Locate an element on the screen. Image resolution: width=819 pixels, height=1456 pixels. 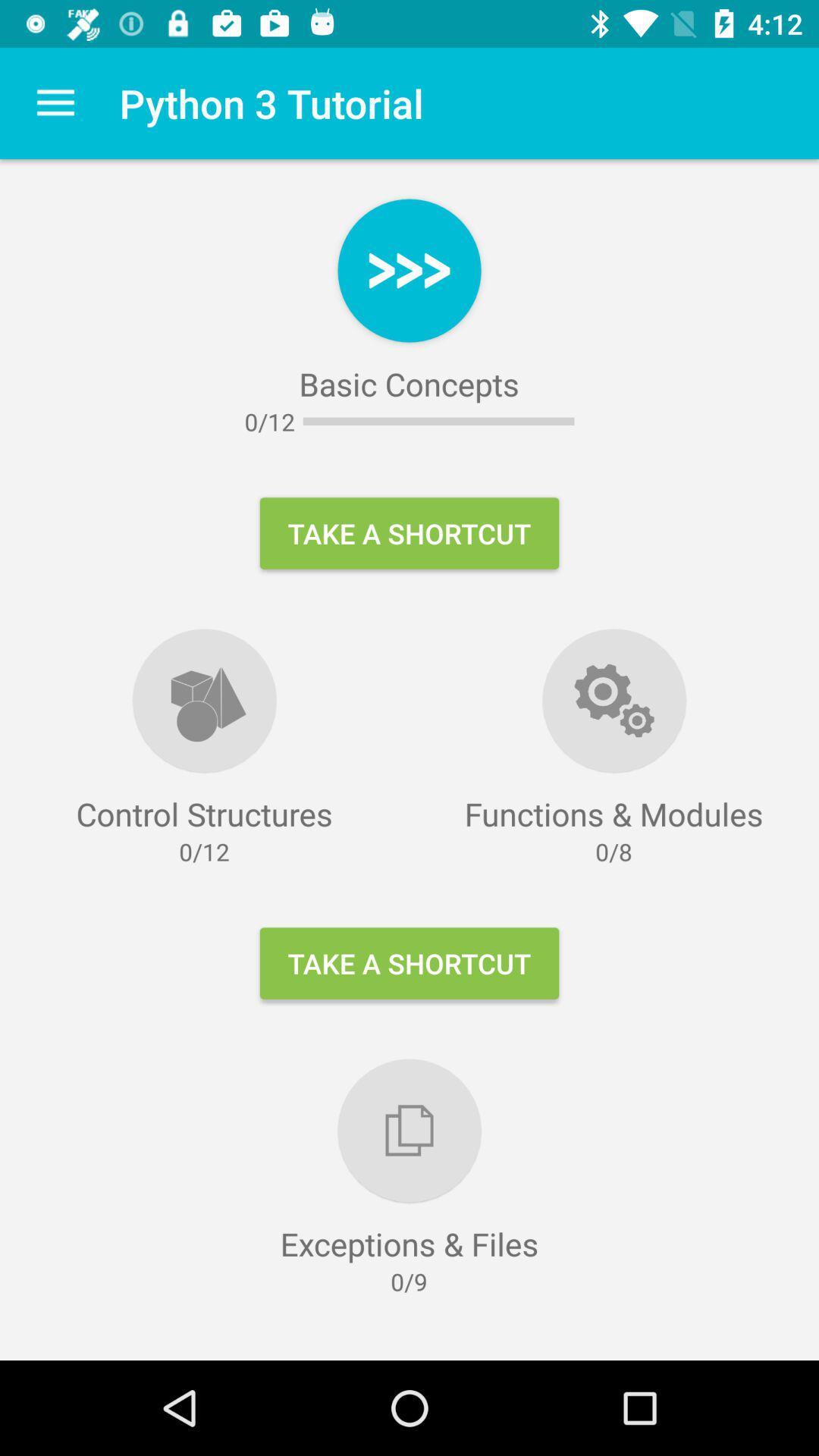
the forward symbol option above basic concepts is located at coordinates (409, 270).